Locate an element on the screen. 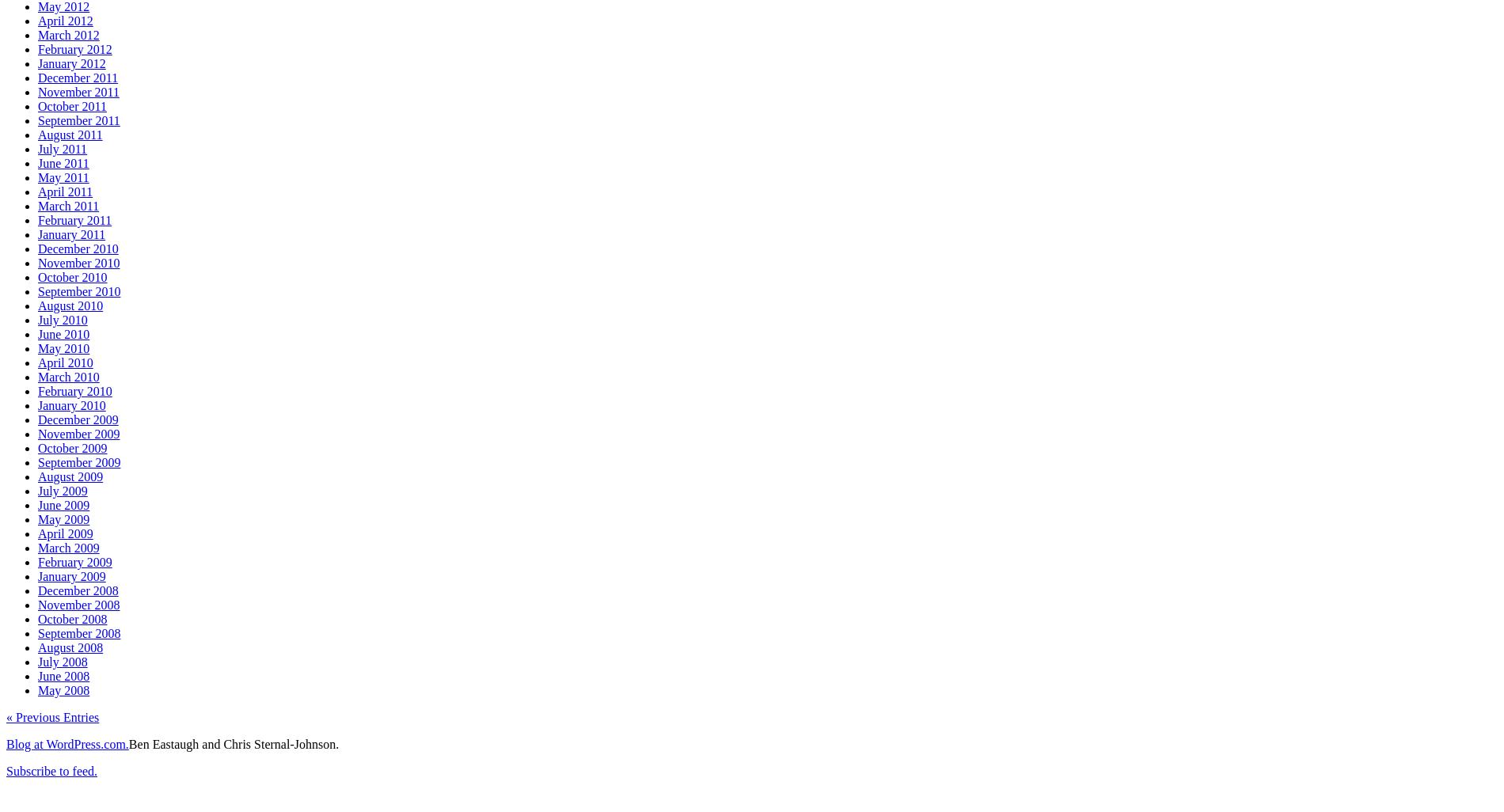  'April 2011' is located at coordinates (65, 191).